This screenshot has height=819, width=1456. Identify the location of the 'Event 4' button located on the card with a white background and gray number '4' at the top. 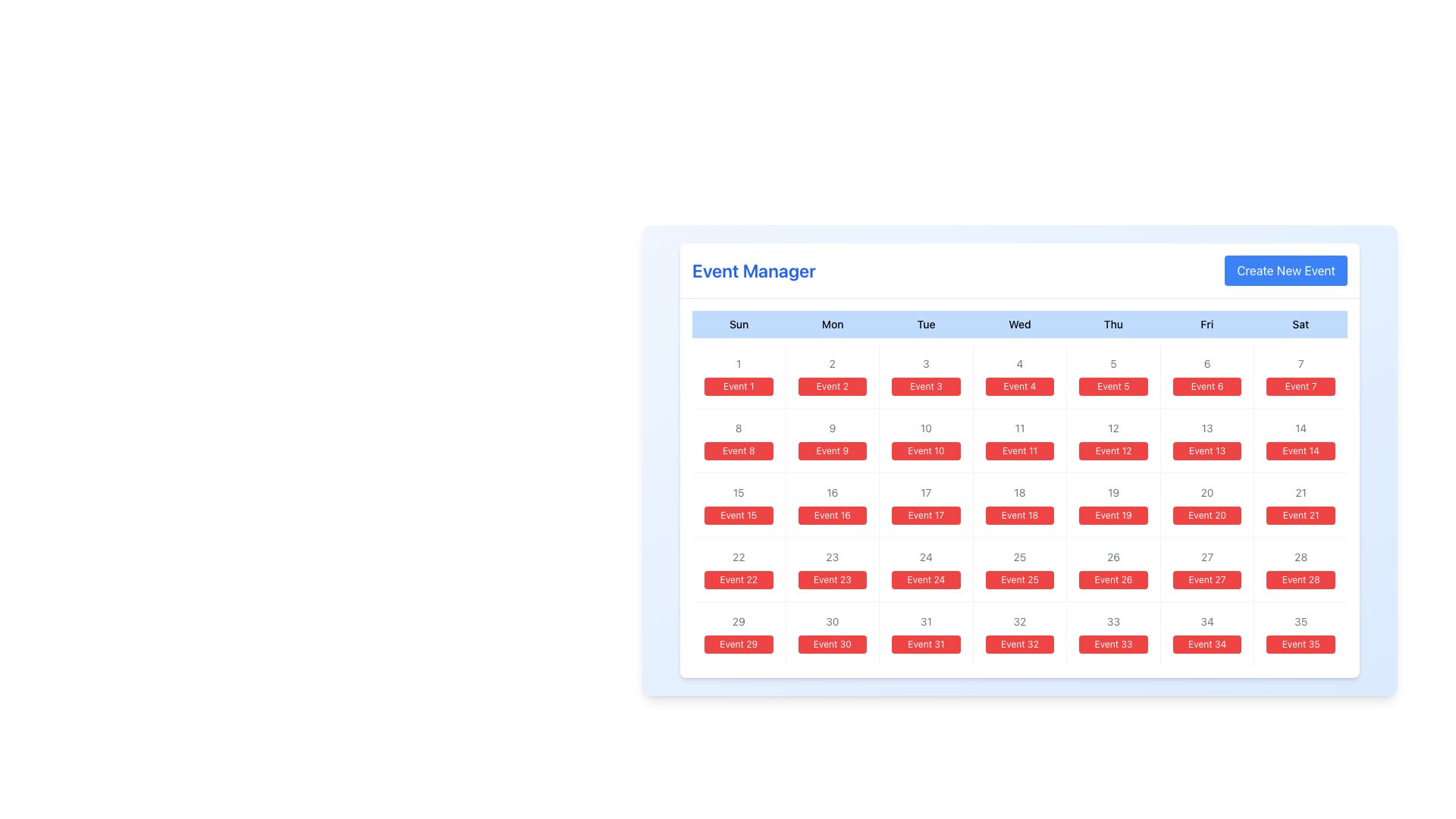
(1019, 375).